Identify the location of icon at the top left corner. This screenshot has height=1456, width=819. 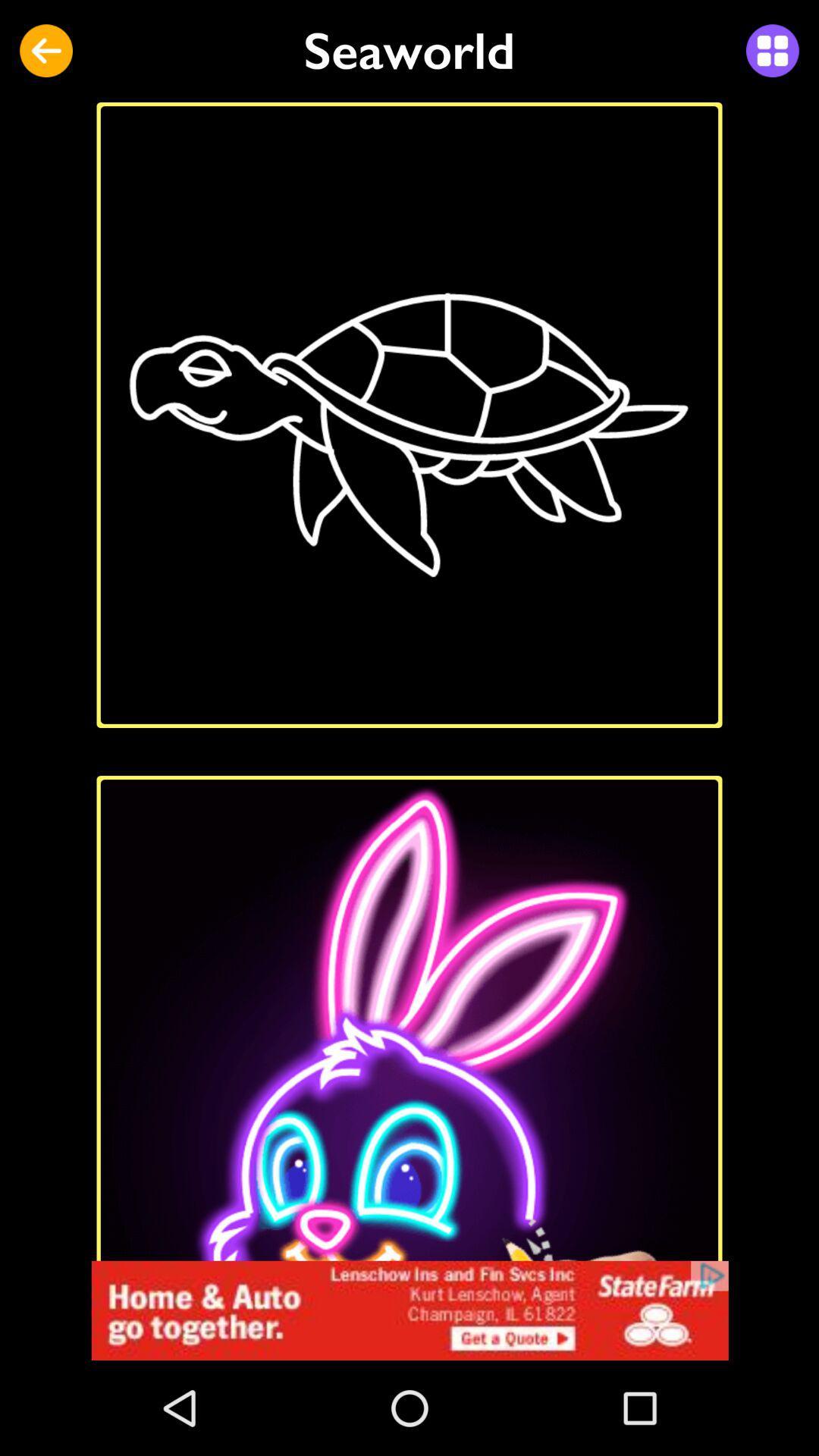
(45, 51).